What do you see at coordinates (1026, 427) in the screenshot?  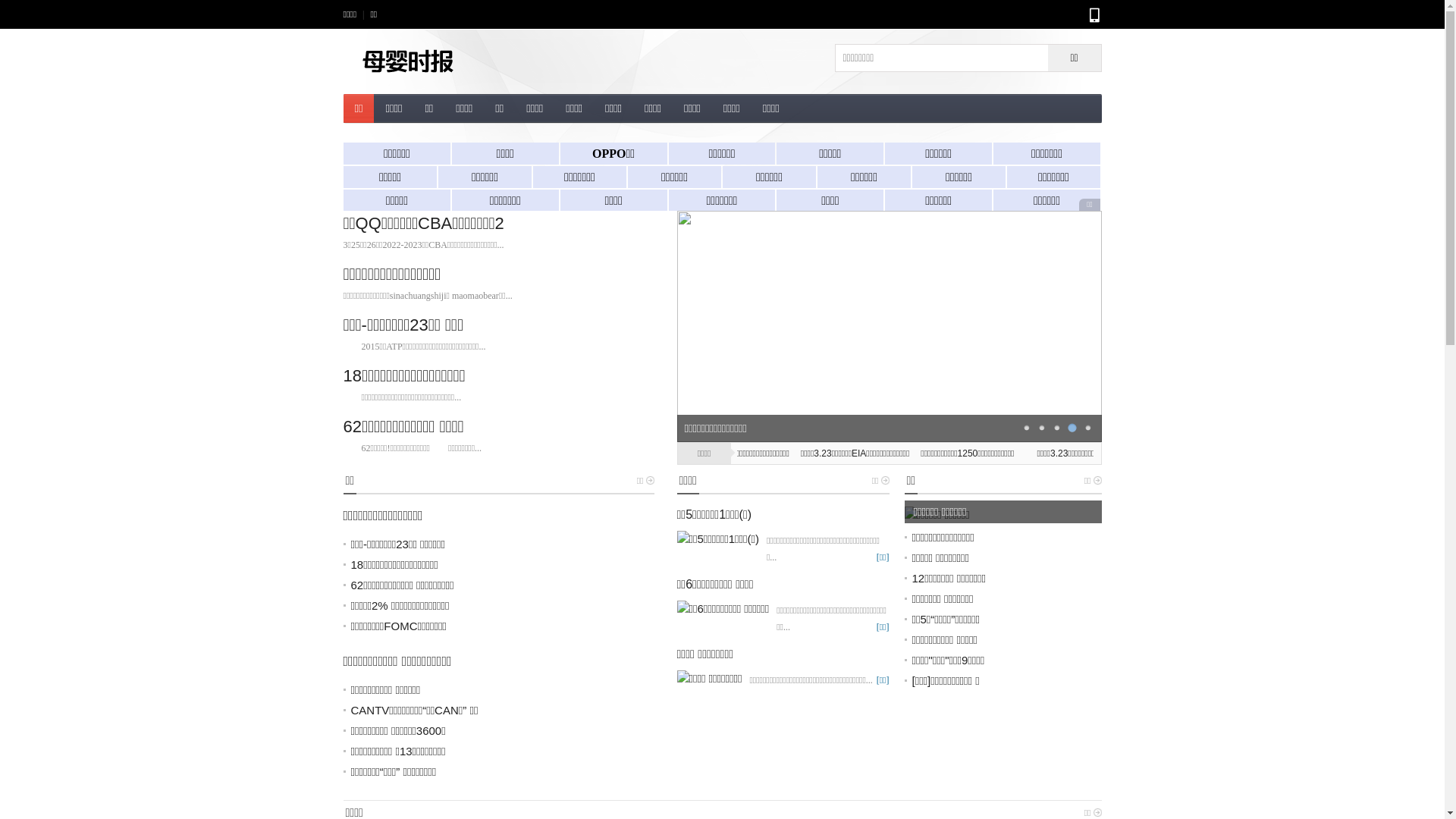 I see `'1'` at bounding box center [1026, 427].